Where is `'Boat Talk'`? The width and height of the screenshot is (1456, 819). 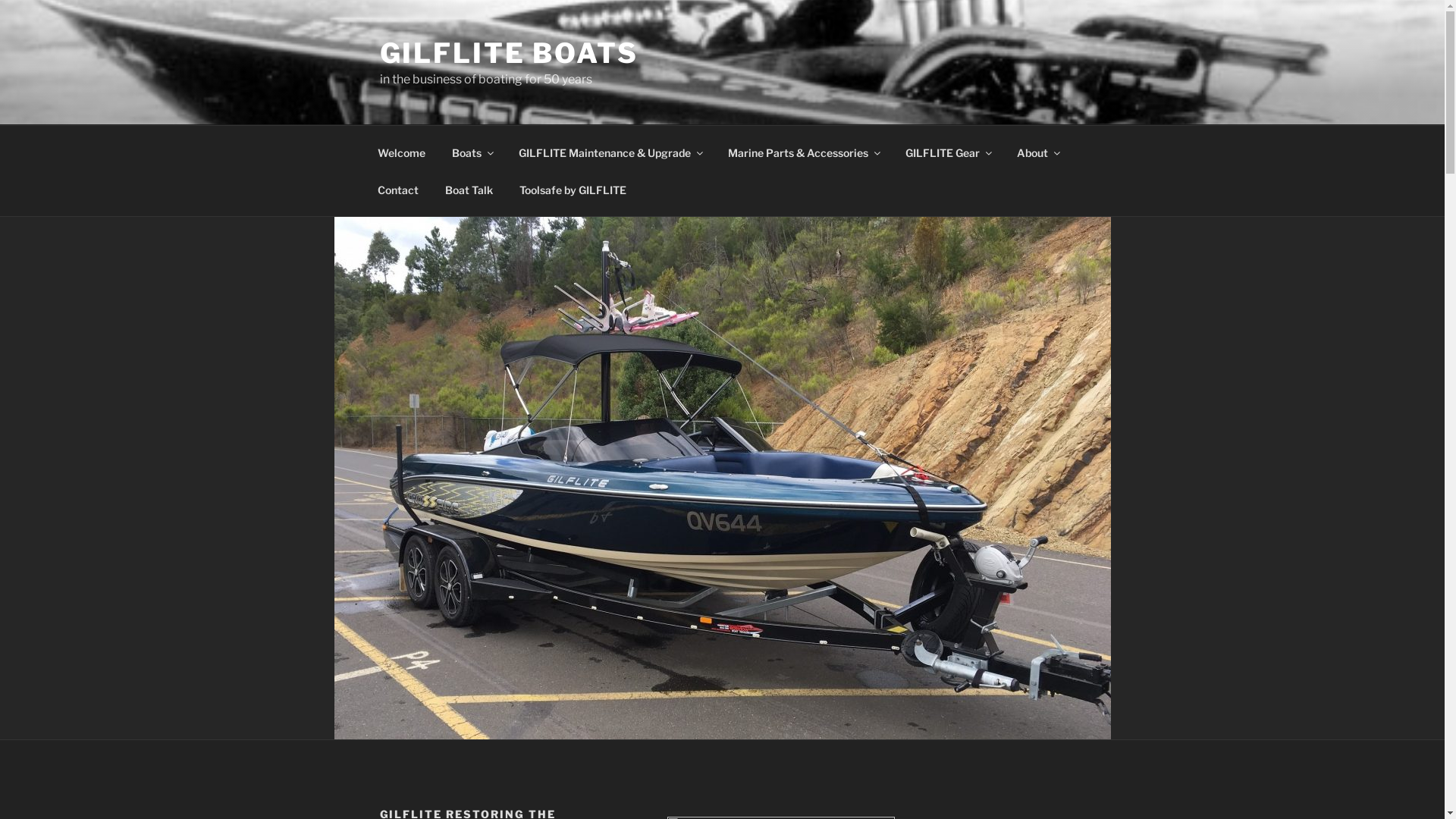 'Boat Talk' is located at coordinates (469, 189).